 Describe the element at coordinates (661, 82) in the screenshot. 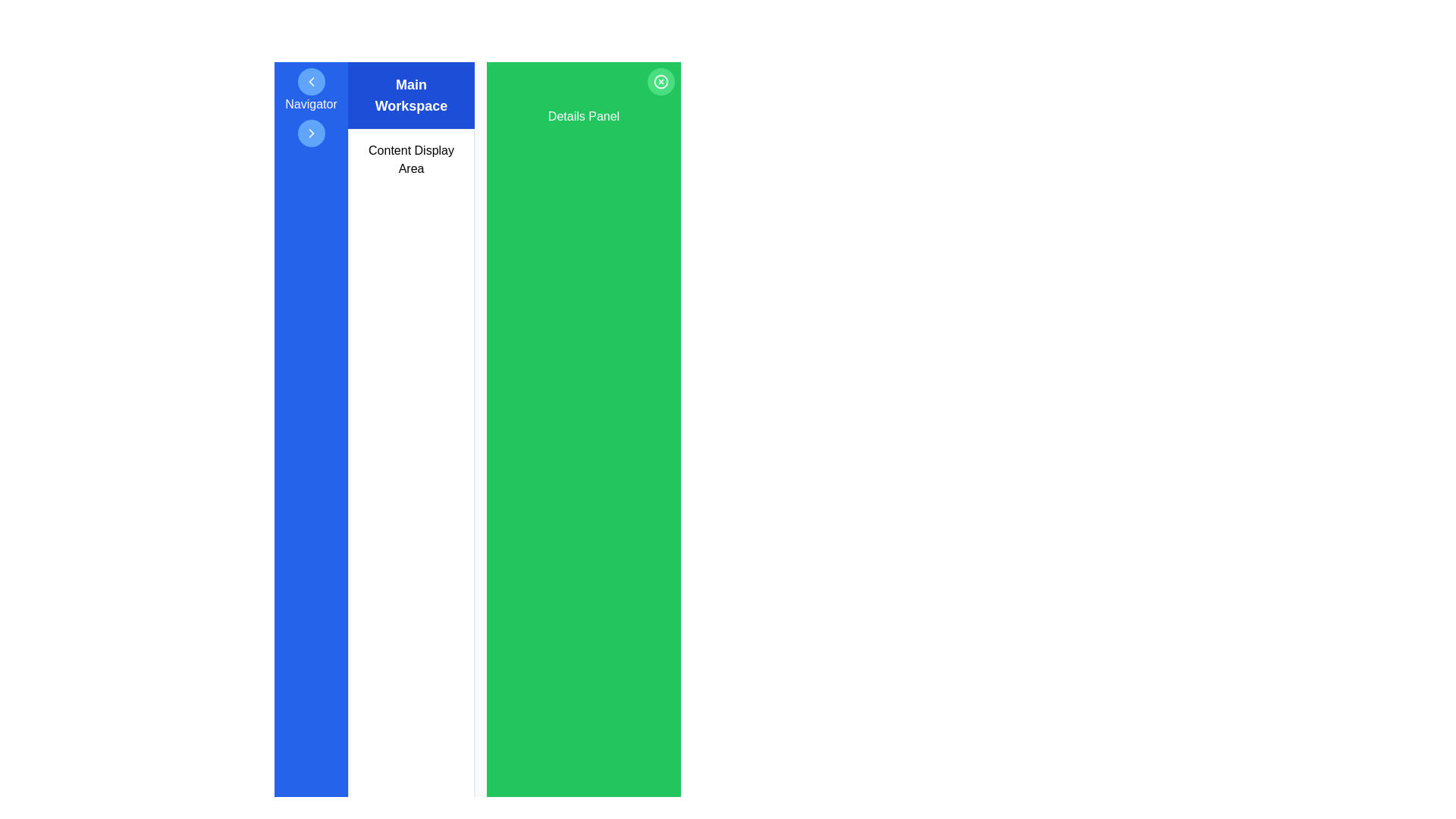

I see `the close button in the top-right corner of the green 'Details Panel'` at that location.